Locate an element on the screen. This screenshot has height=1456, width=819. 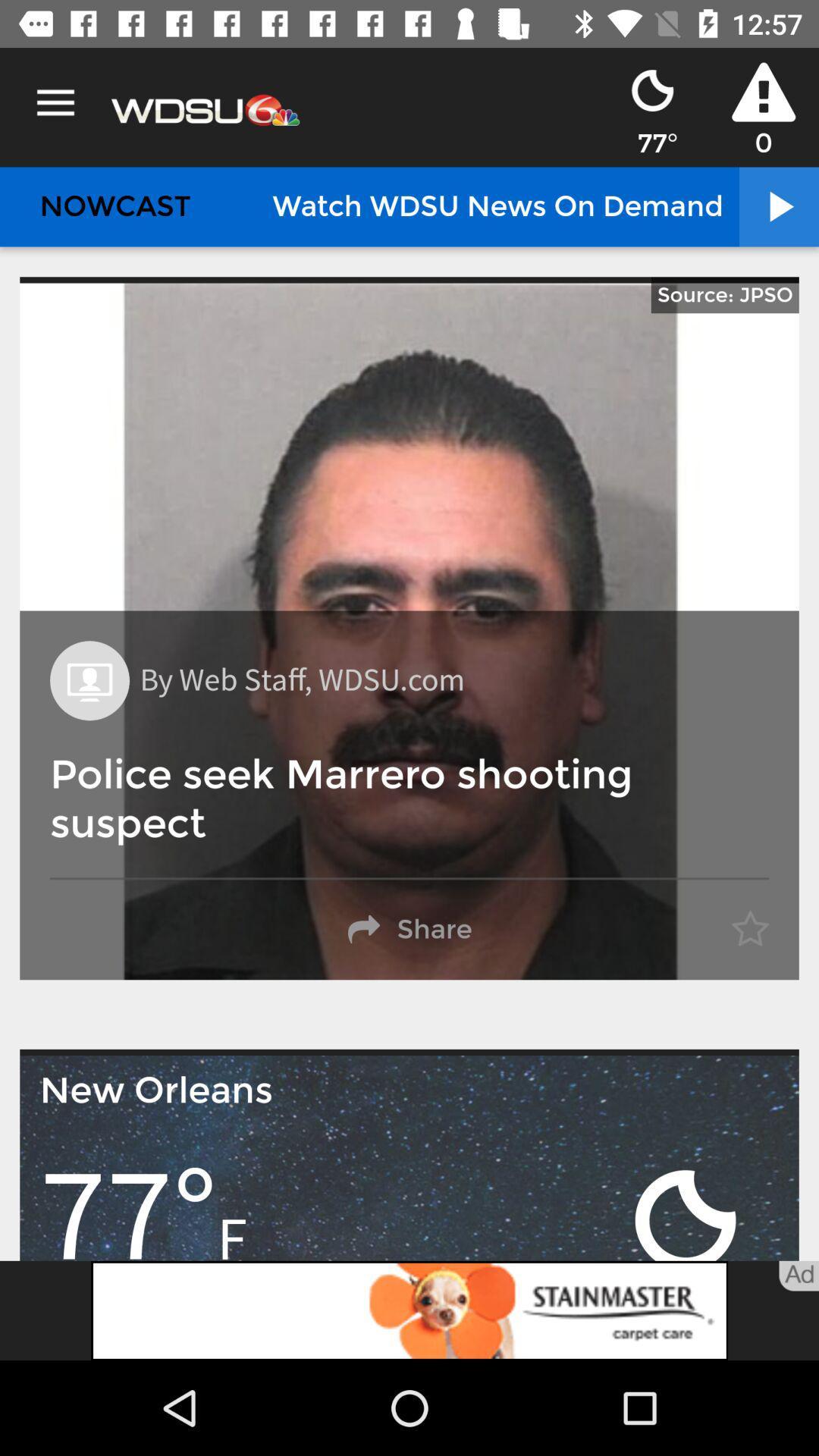
the menu icon is located at coordinates (55, 102).